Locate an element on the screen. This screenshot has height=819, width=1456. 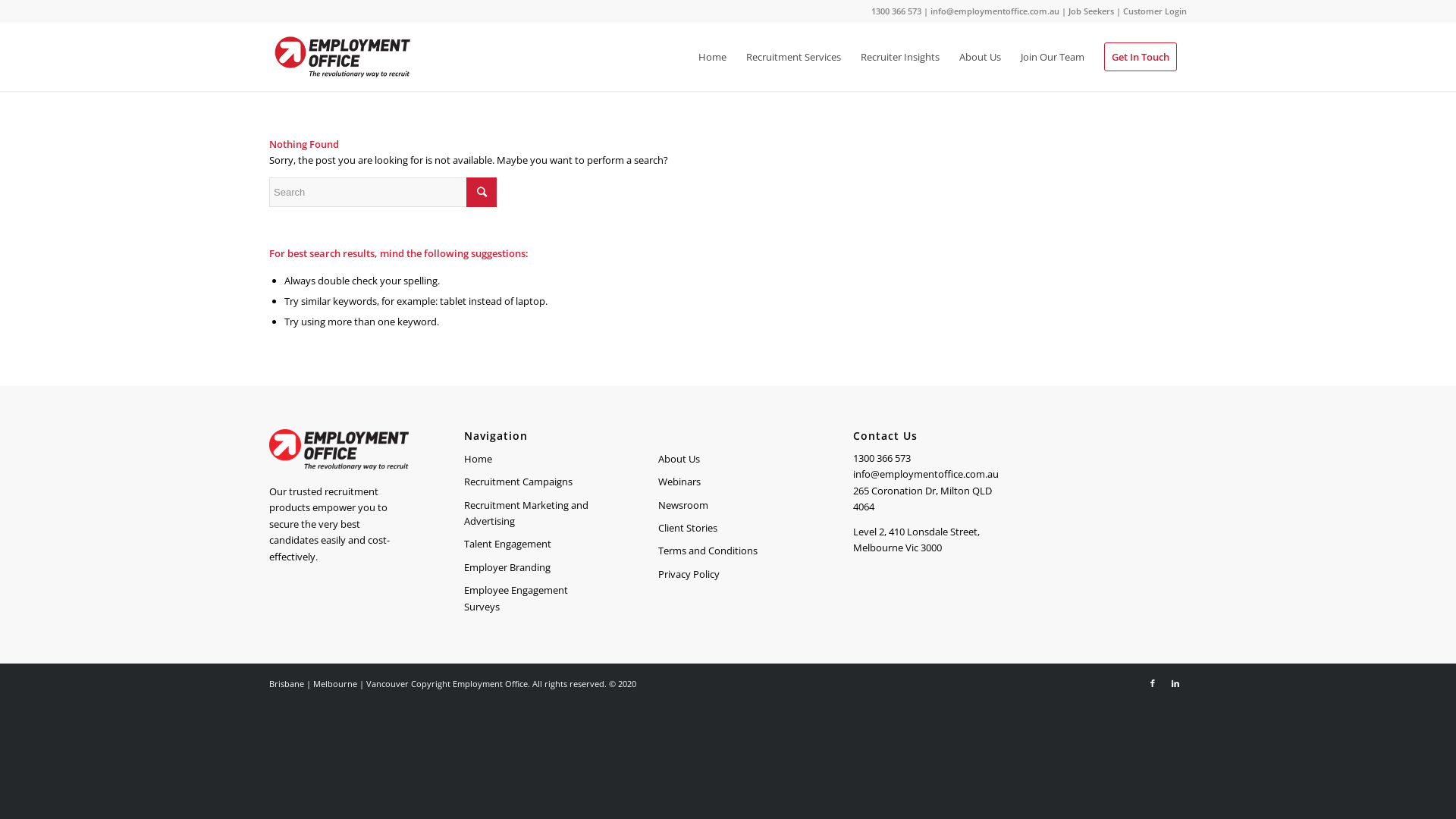
'About Us' is located at coordinates (949, 55).